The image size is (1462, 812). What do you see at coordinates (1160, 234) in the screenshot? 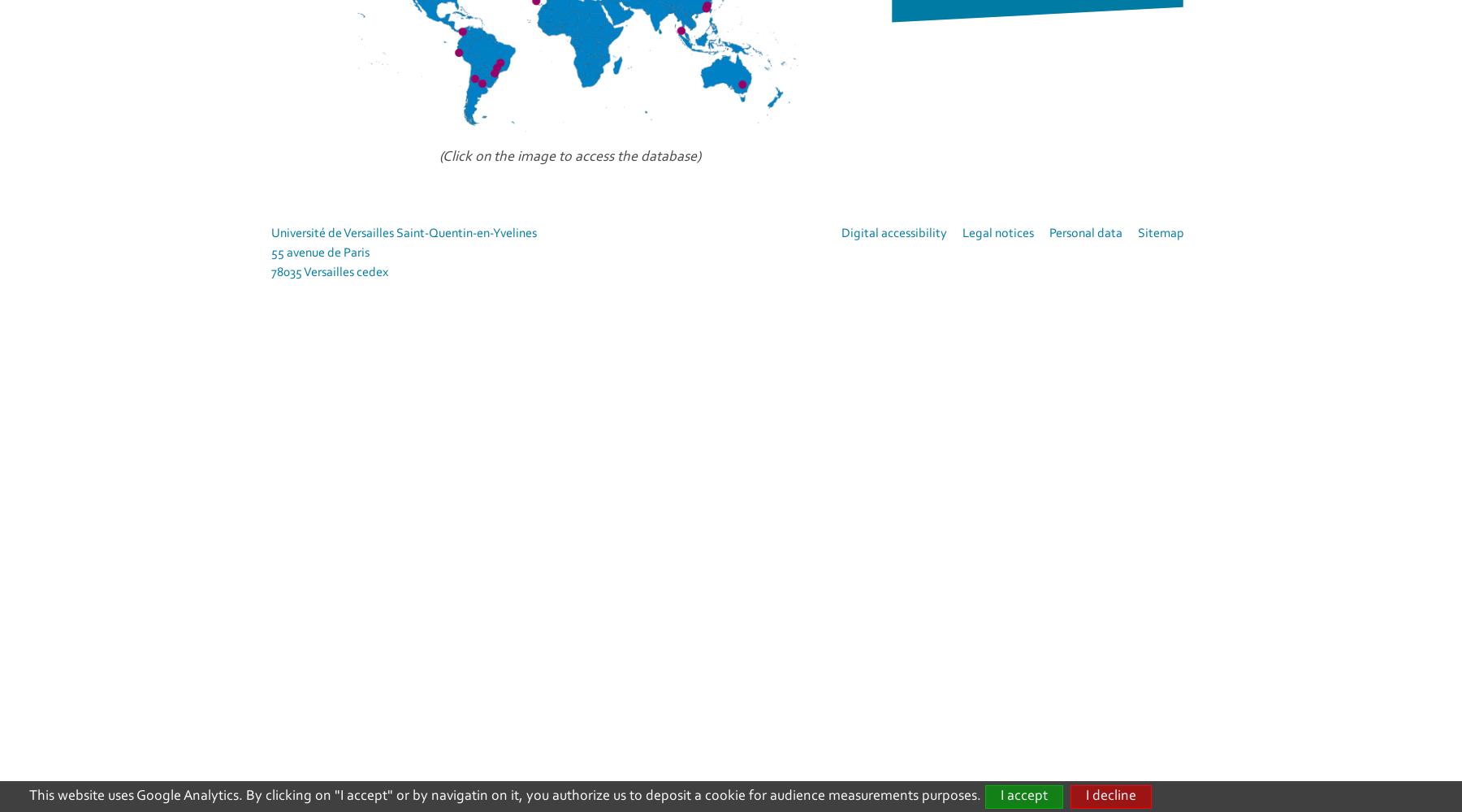
I see `'Sitemap'` at bounding box center [1160, 234].